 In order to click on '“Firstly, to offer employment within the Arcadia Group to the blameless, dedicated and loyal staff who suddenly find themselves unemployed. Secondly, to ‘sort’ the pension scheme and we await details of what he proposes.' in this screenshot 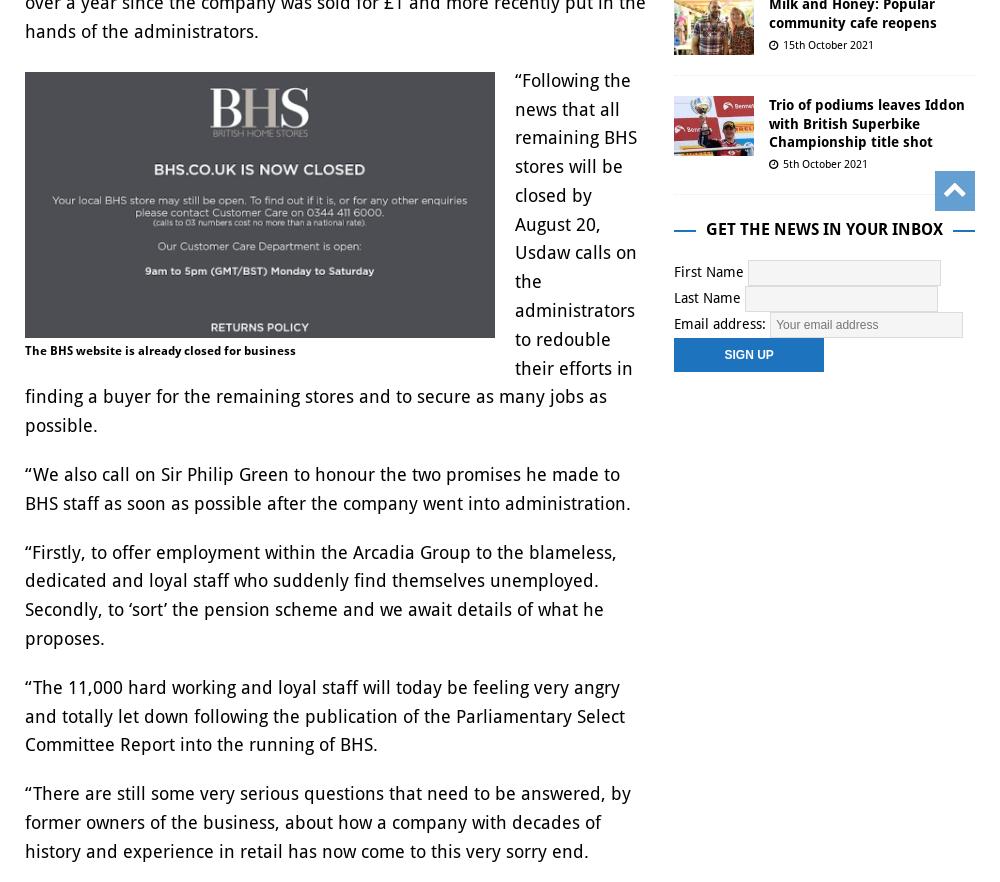, I will do `click(320, 594)`.